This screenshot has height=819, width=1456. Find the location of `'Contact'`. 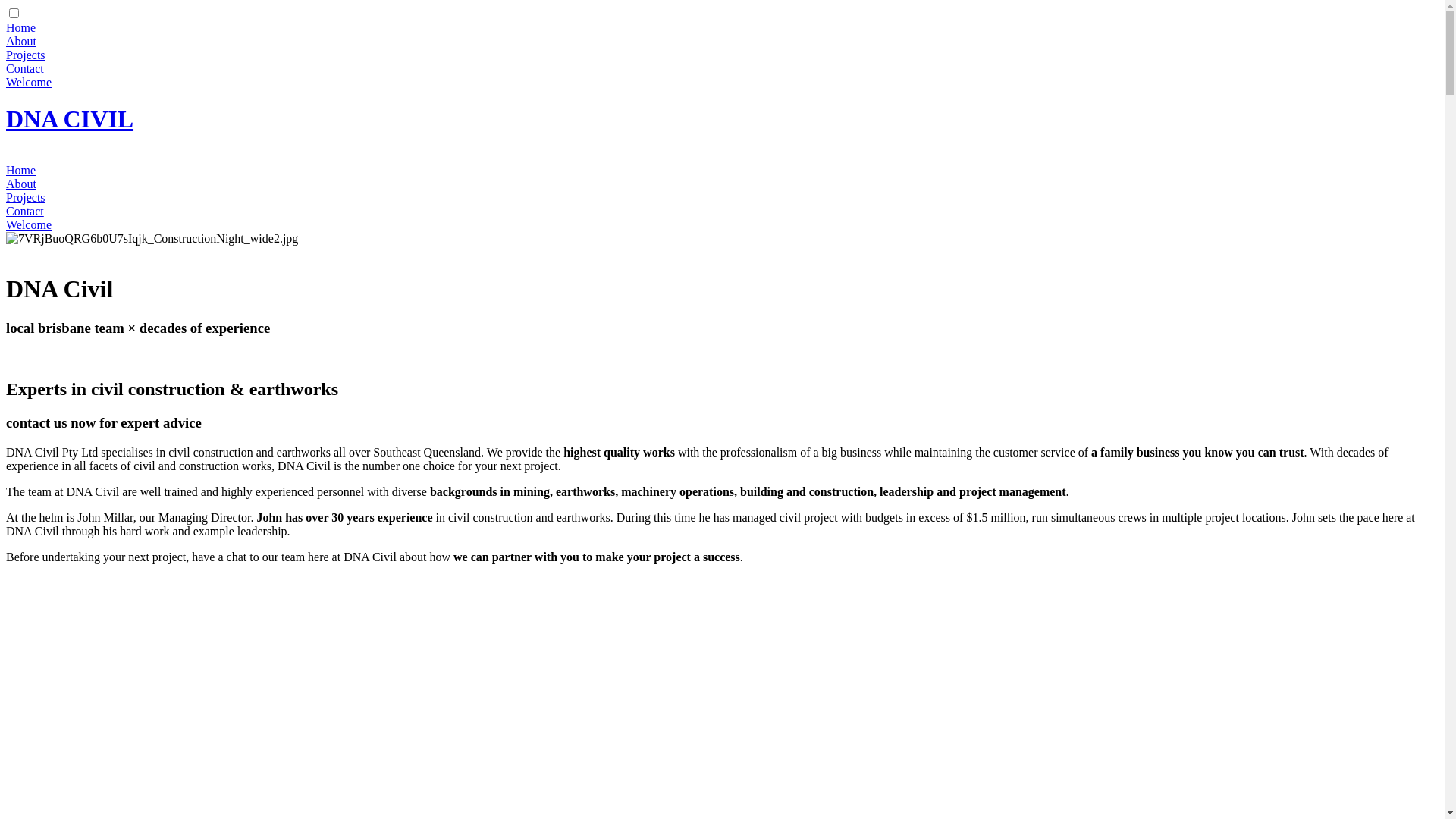

'Contact' is located at coordinates (25, 211).